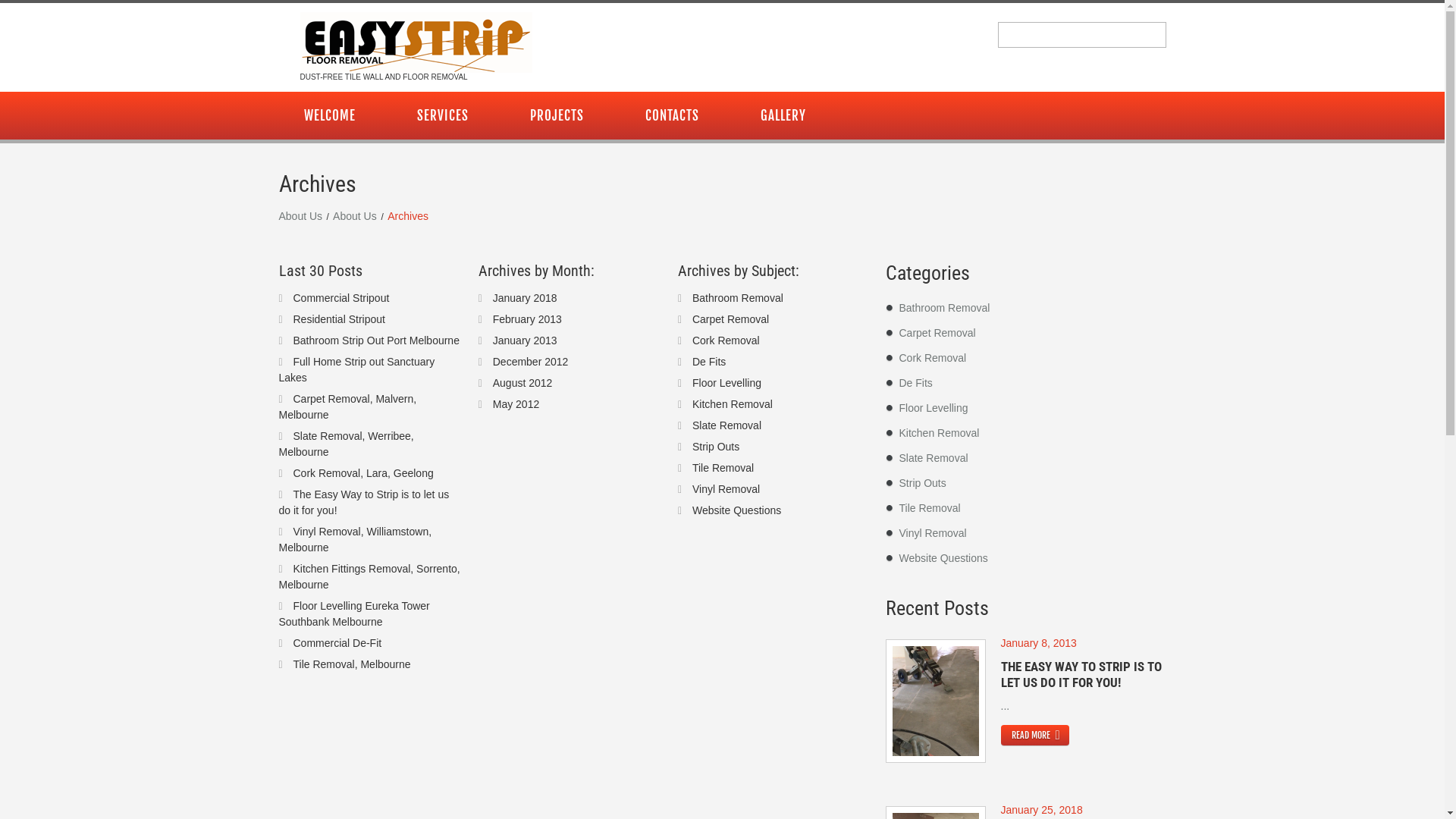  I want to click on 'May 2012', so click(516, 403).